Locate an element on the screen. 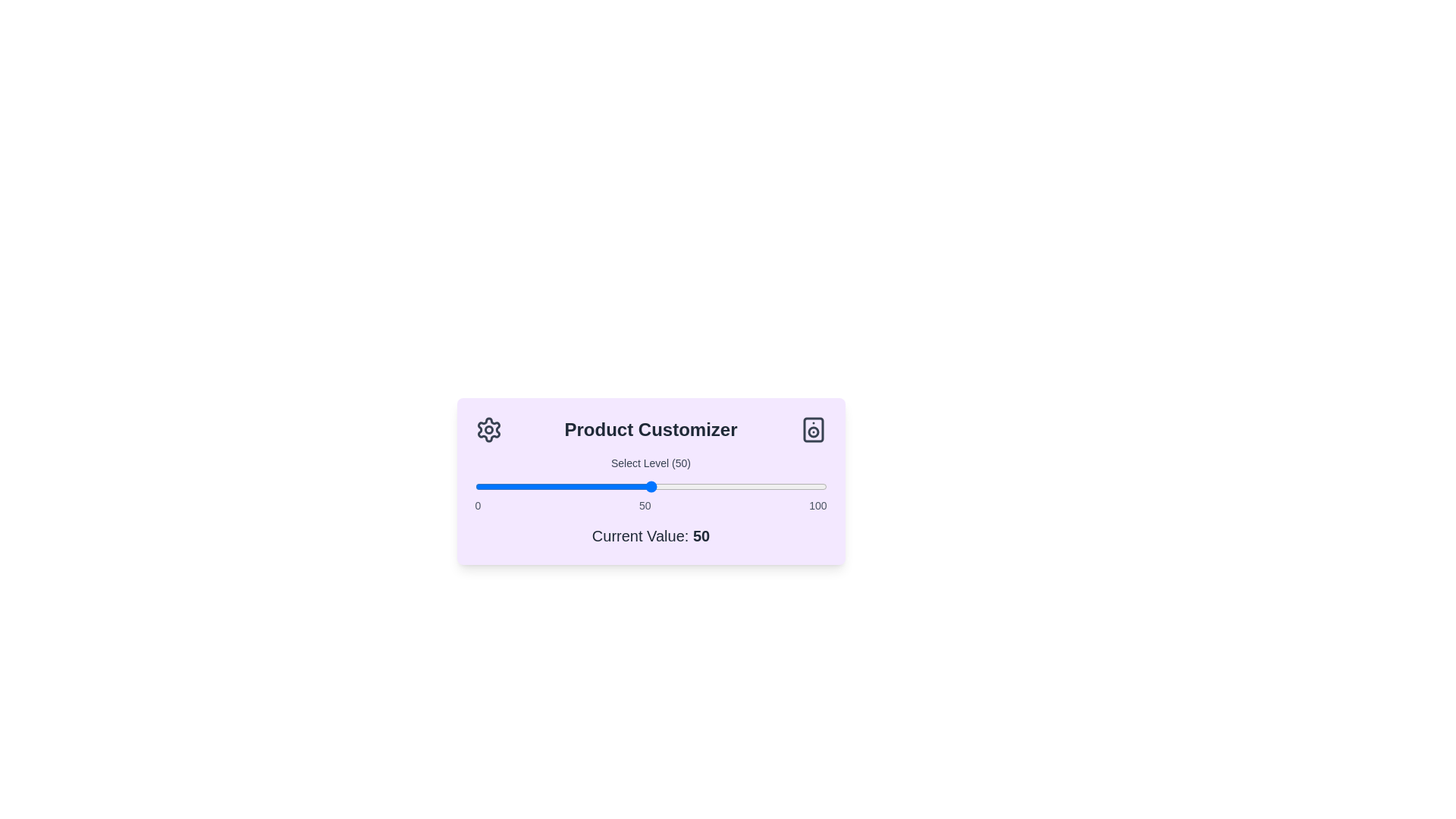 This screenshot has width=1456, height=819. the slider to set the customization level to 78 is located at coordinates (749, 486).